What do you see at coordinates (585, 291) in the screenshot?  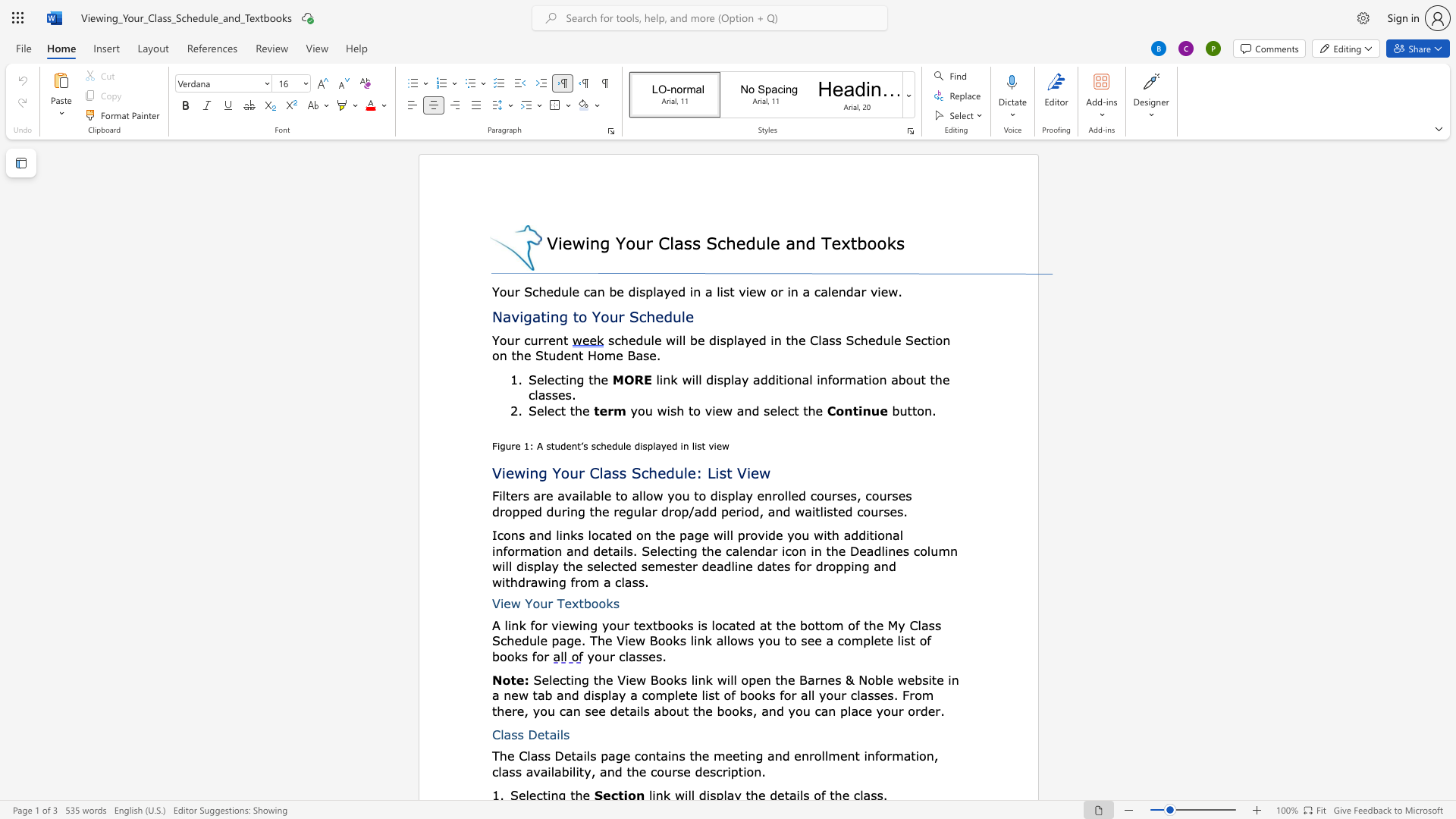 I see `the 2th character "c" in the text` at bounding box center [585, 291].